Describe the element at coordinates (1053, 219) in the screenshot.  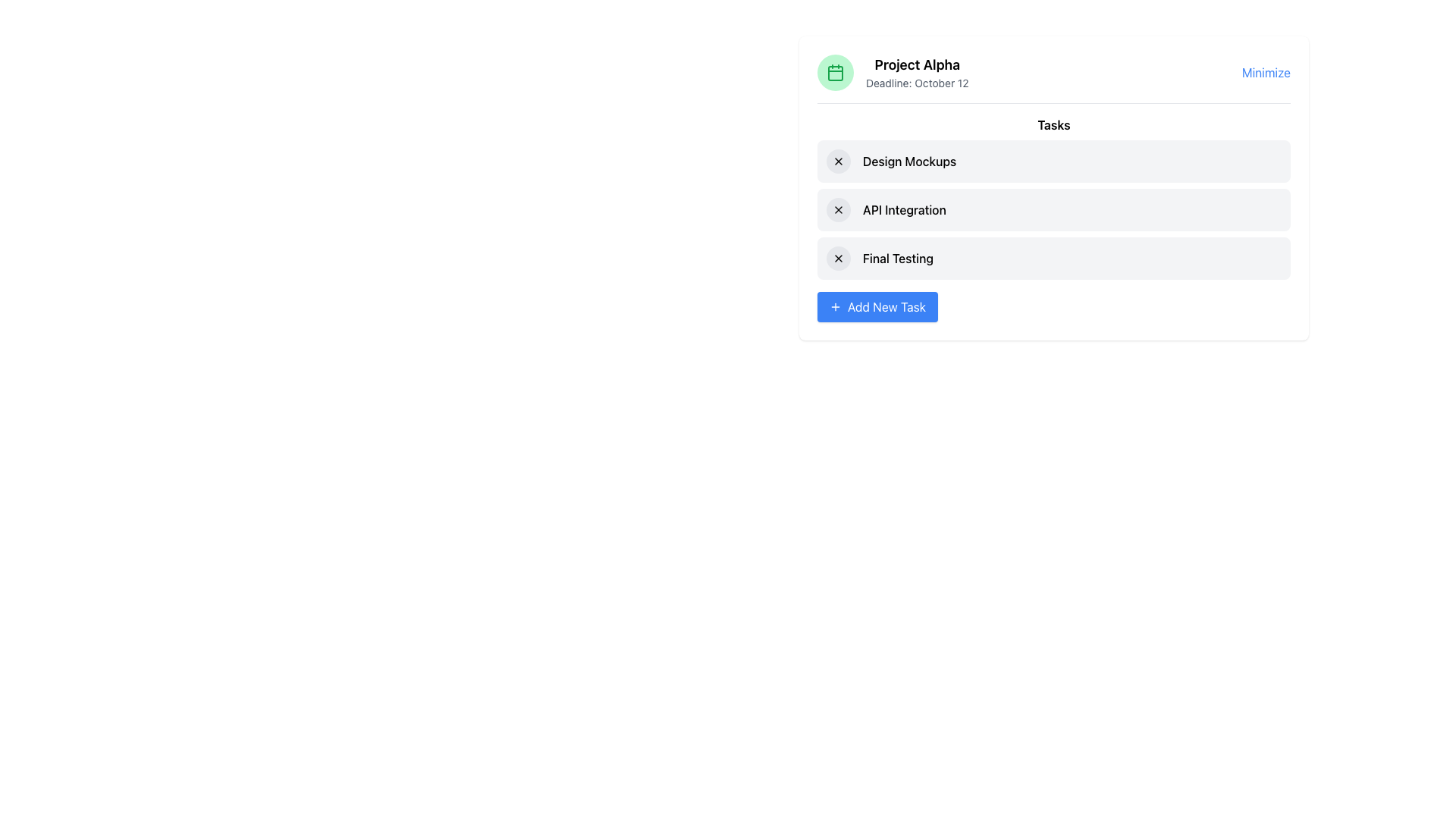
I see `the Task List in the 'Tasks' section of the 'Project Alpha' card` at that location.